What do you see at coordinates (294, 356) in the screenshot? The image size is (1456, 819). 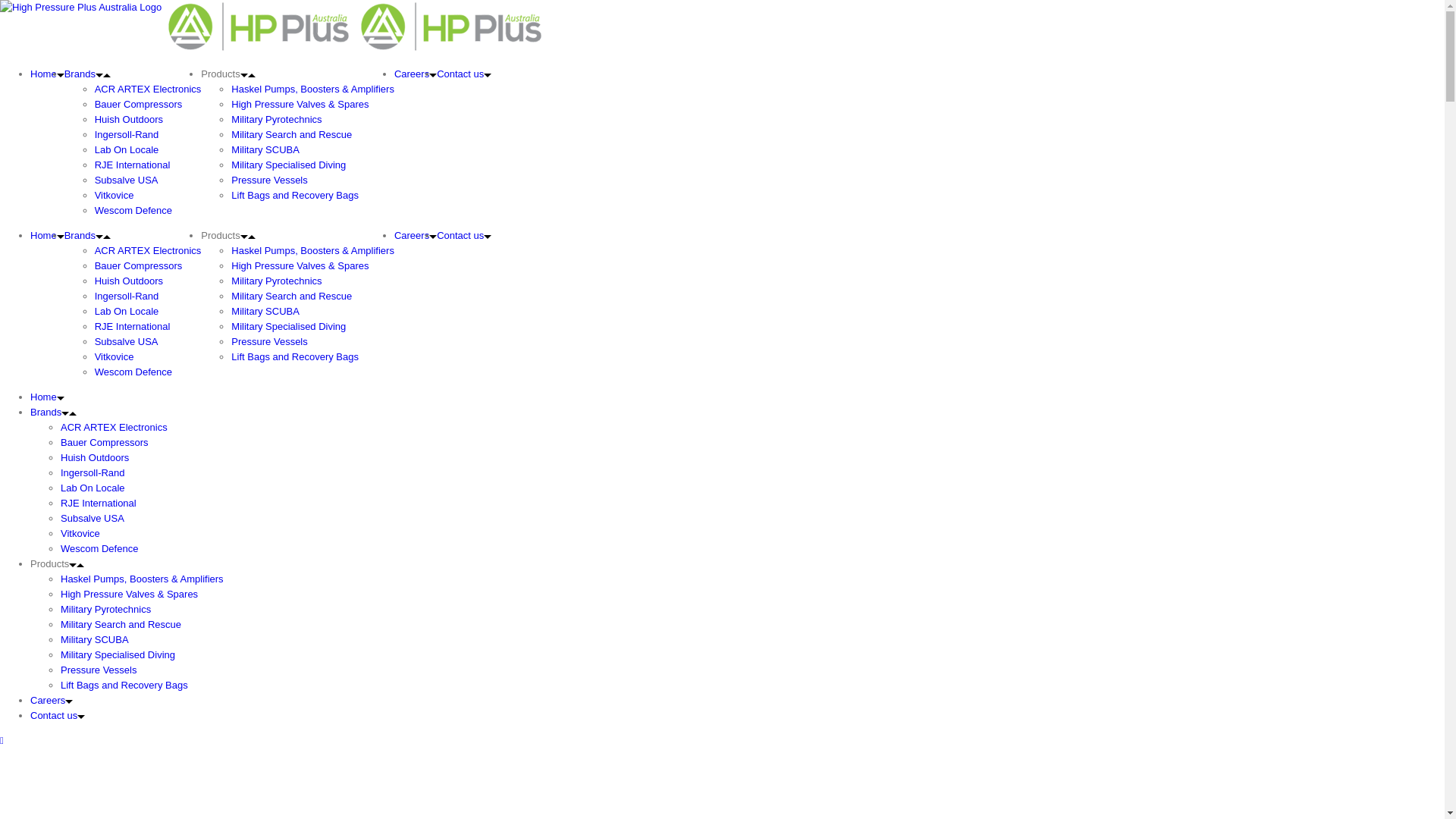 I see `'Lift Bags and Recovery Bags'` at bounding box center [294, 356].